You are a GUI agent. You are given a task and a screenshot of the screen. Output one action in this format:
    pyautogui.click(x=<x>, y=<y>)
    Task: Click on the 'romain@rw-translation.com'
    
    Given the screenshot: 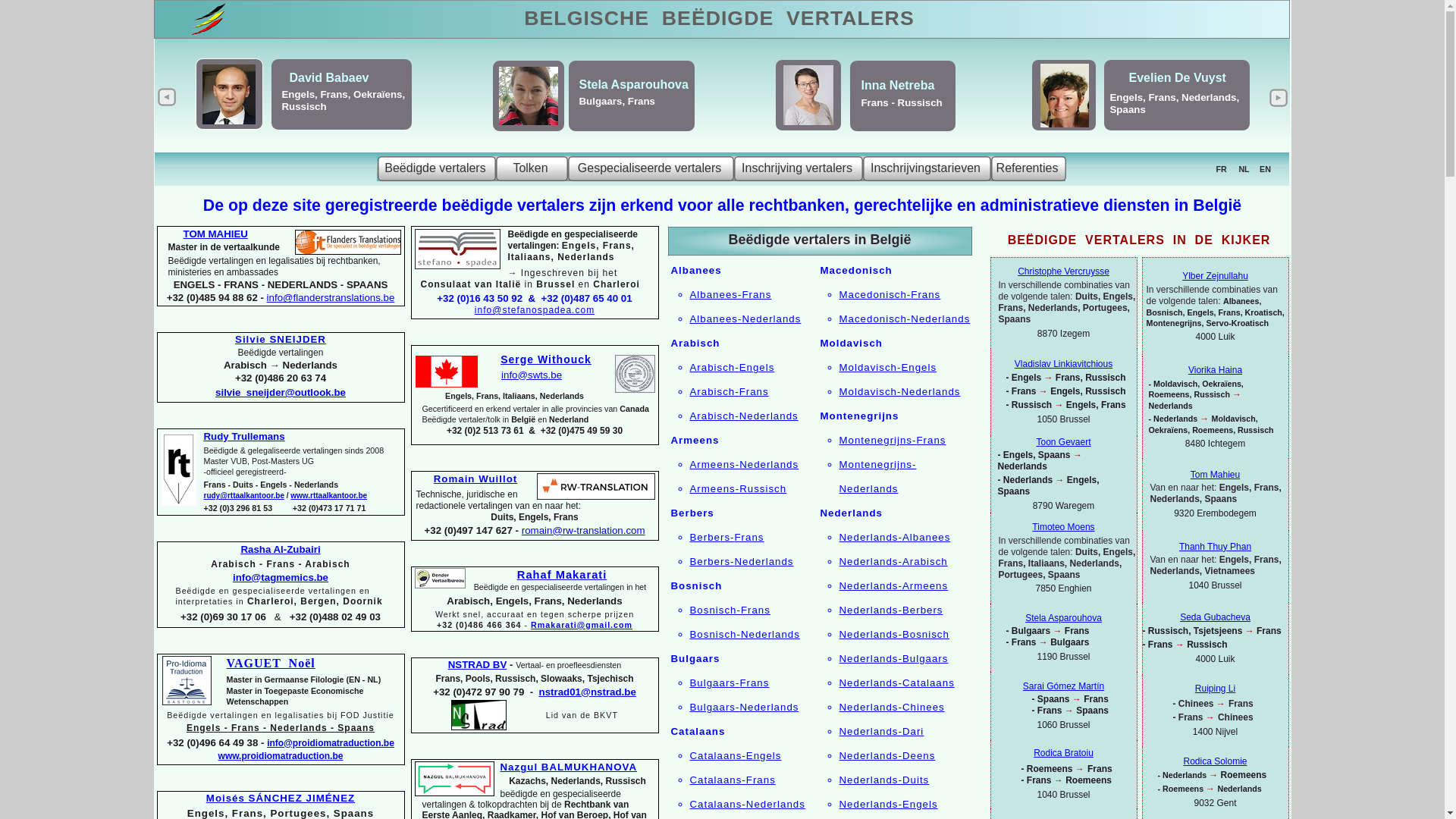 What is the action you would take?
    pyautogui.click(x=521, y=529)
    